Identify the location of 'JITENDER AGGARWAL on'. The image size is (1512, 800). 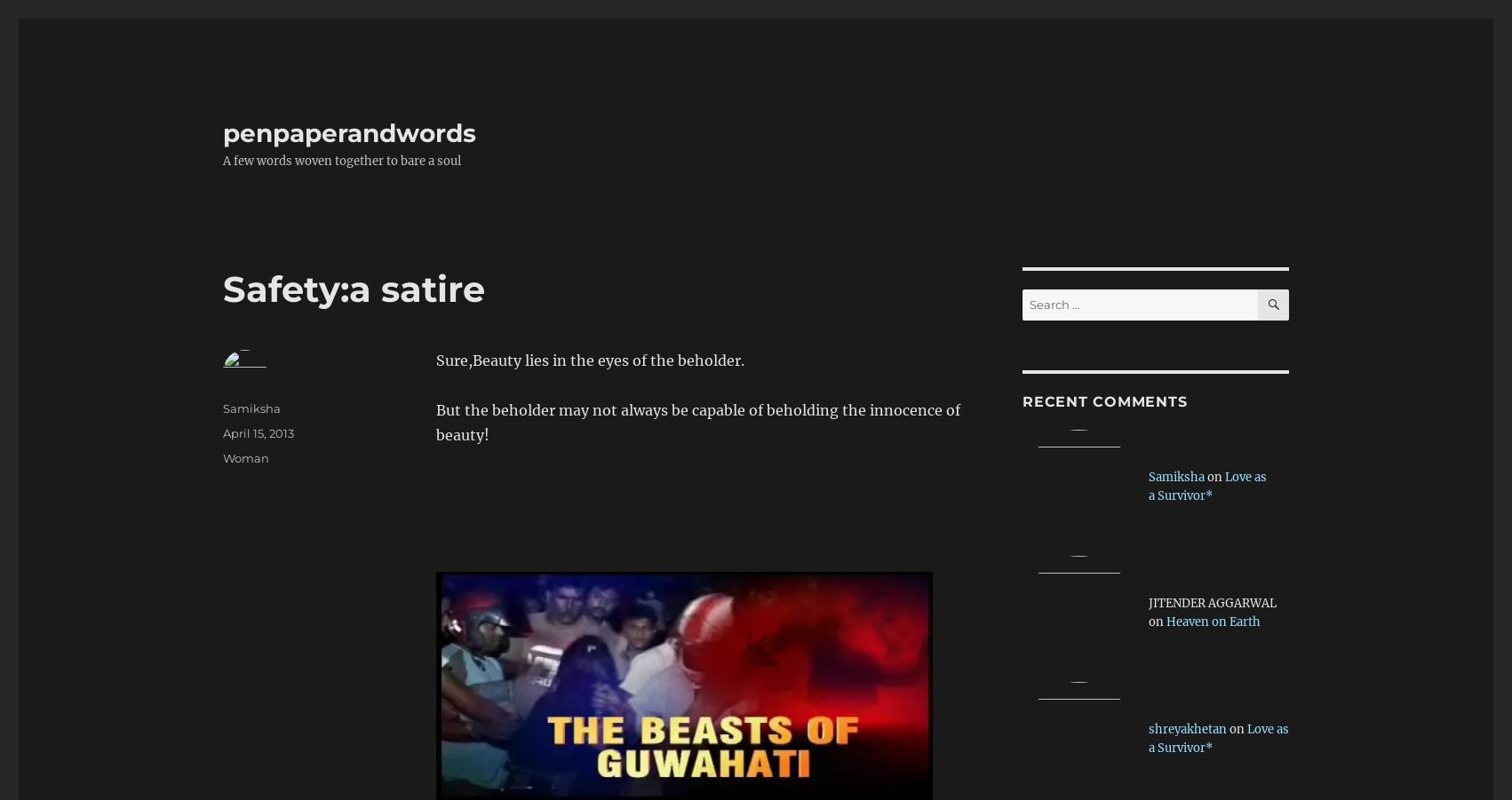
(1148, 612).